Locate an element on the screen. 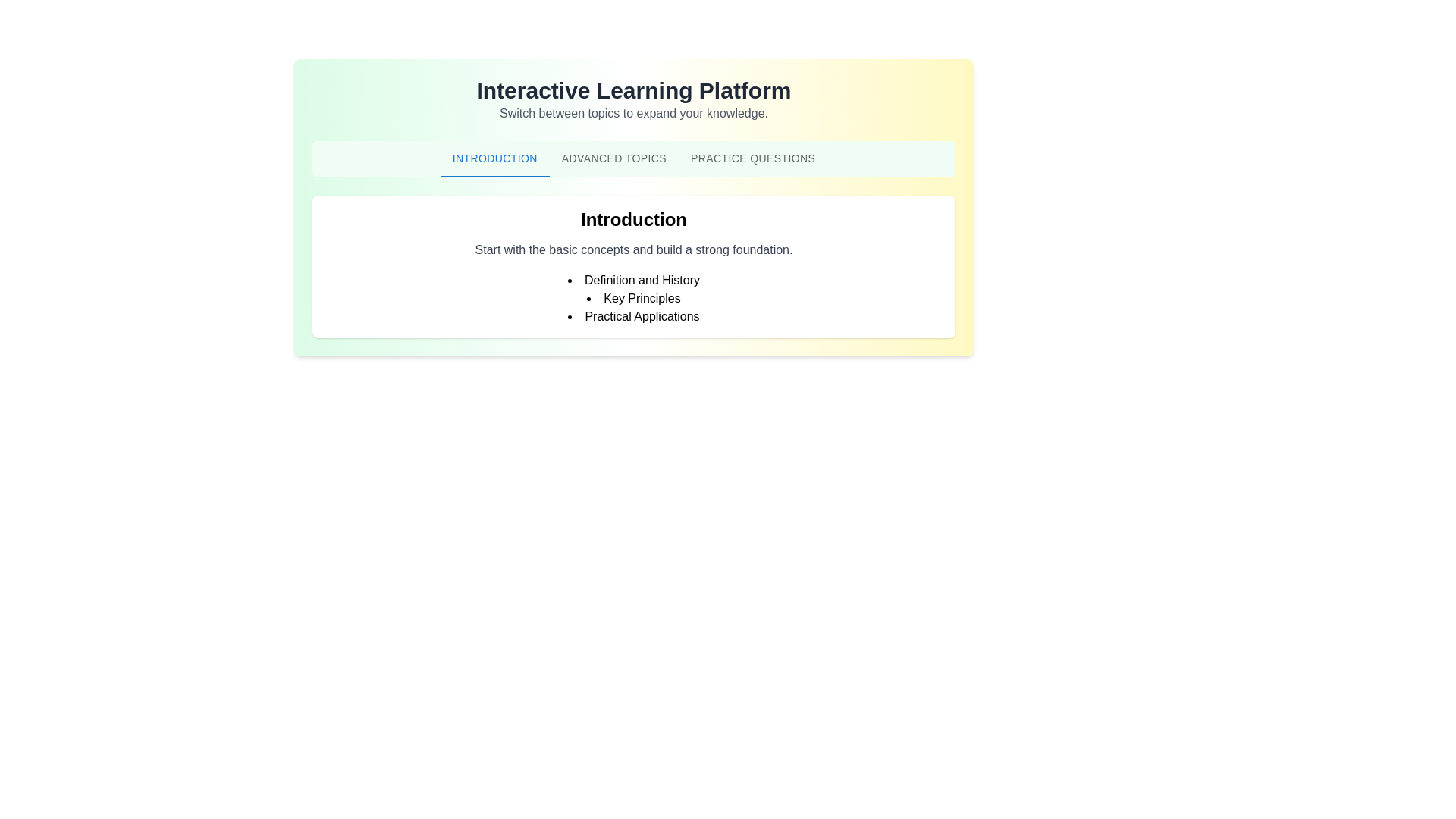 The image size is (1456, 819). the 'Introduction' tab in the navigation bar is located at coordinates (494, 158).